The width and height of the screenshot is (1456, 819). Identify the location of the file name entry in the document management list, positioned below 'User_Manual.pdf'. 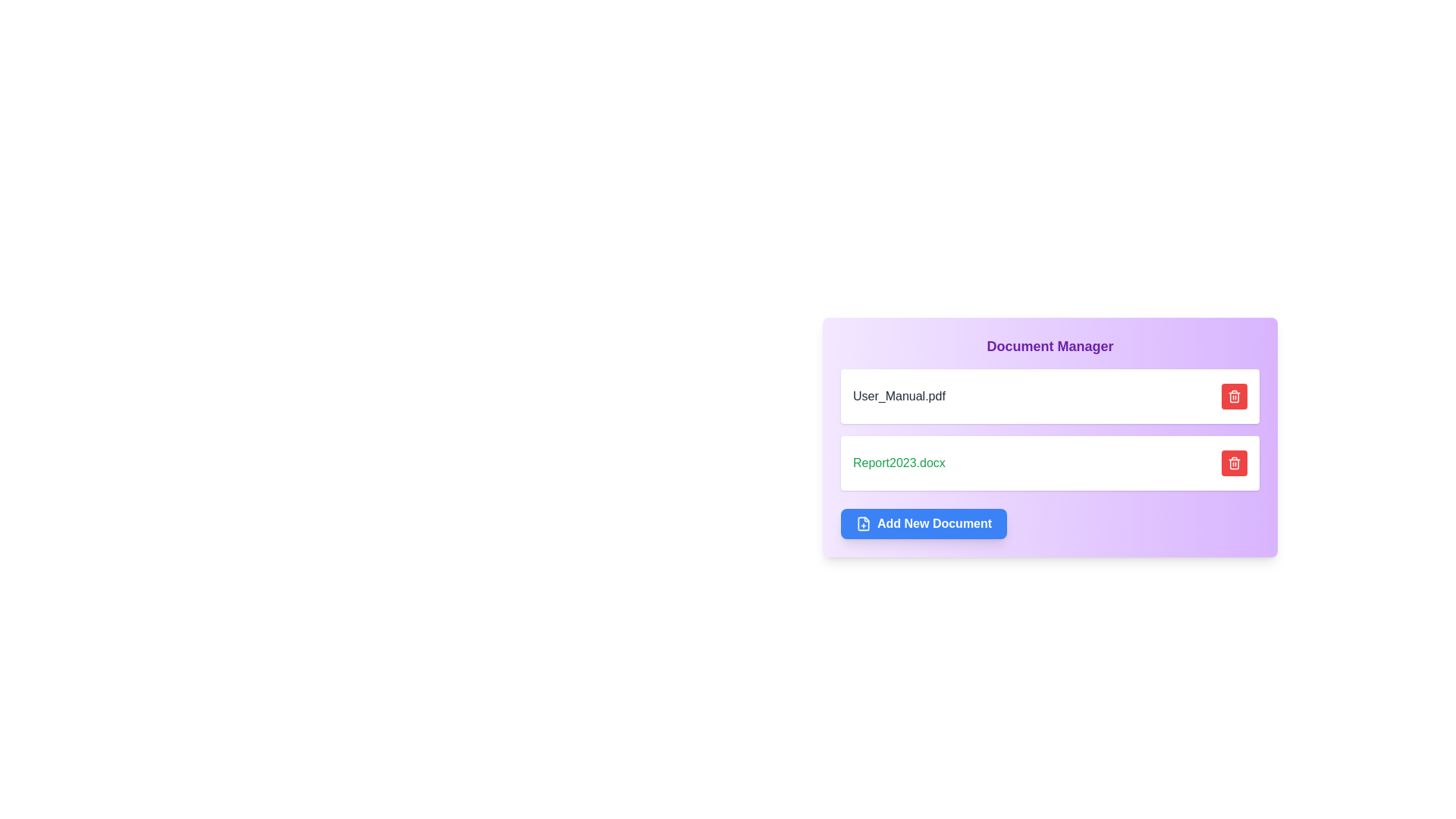
(1050, 462).